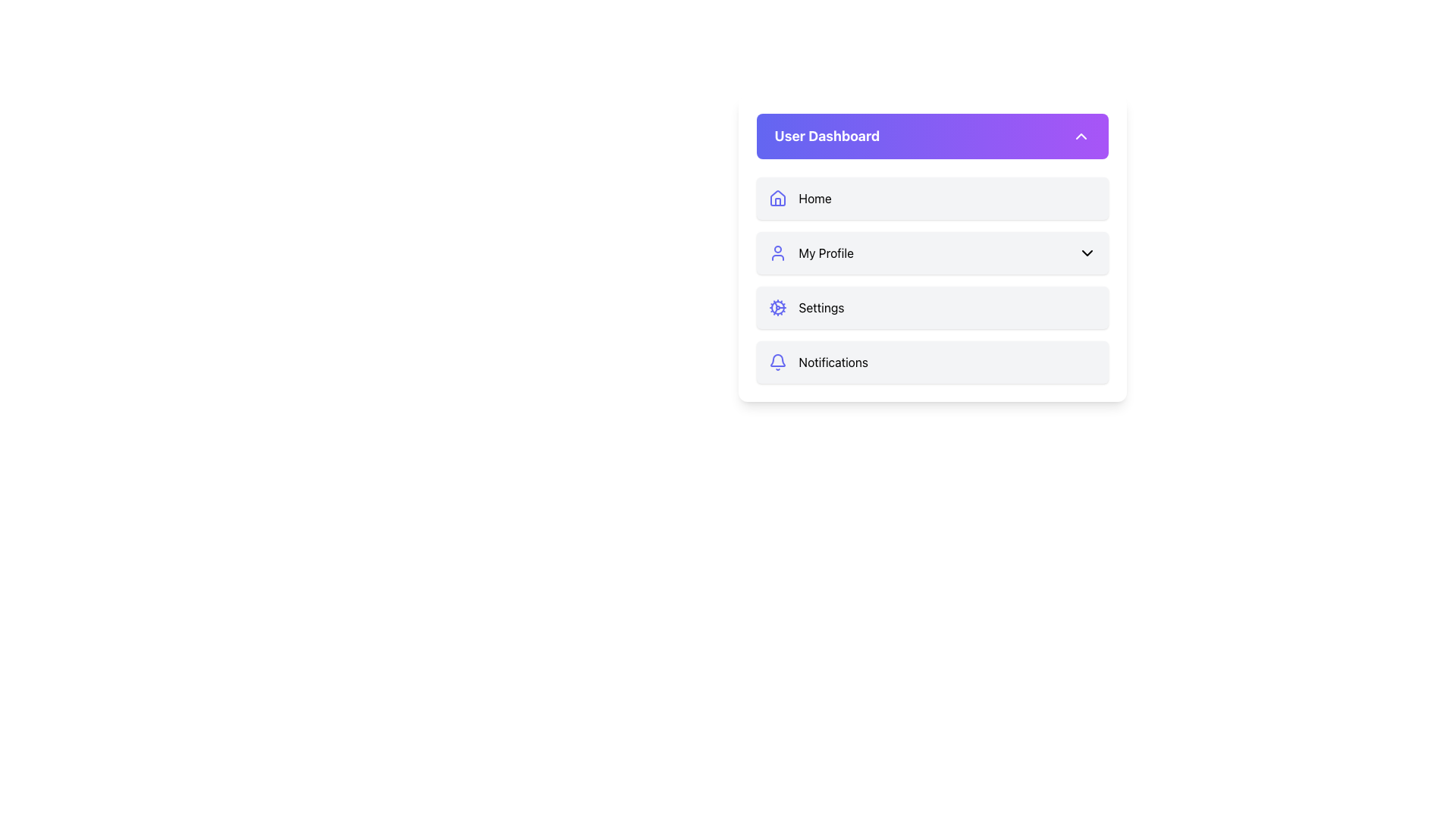  Describe the element at coordinates (777, 253) in the screenshot. I see `the user profile icon in the 'My Profile' menu, which is styled in a simple line-art format with rounded edges and rendered in blue` at that location.